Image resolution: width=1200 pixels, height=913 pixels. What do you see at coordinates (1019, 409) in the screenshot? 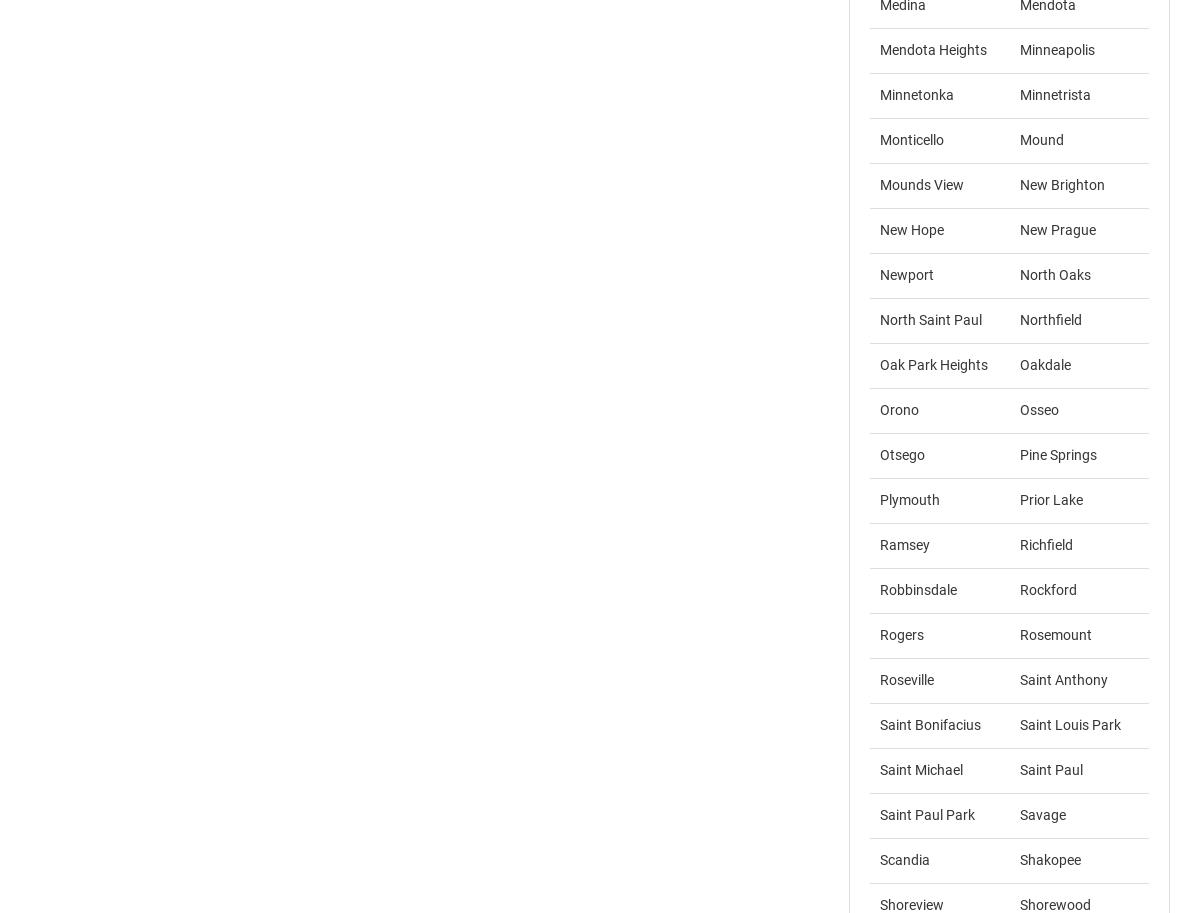
I see `'Osseo'` at bounding box center [1019, 409].